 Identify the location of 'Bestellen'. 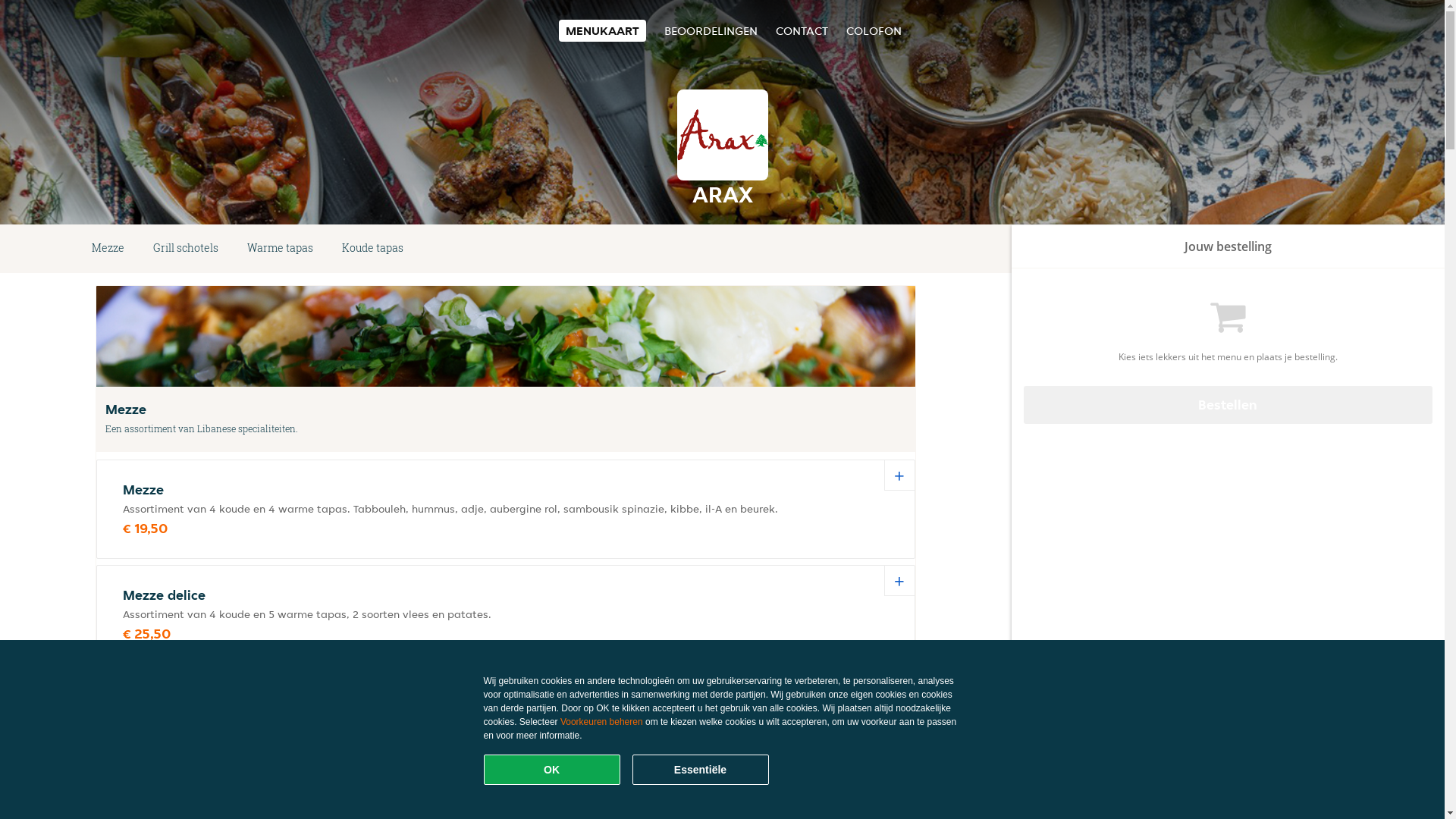
(1228, 403).